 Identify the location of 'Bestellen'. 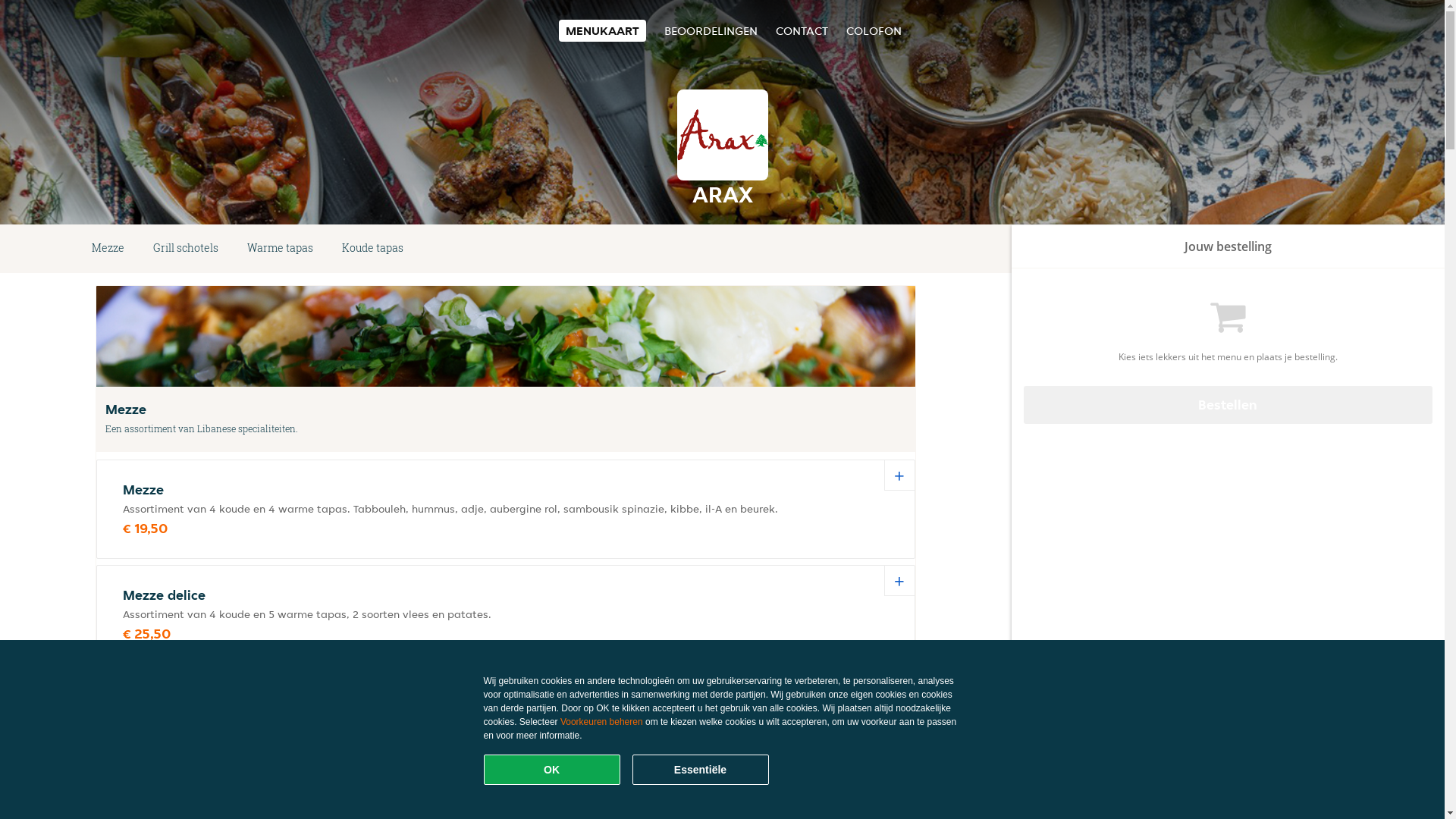
(1228, 403).